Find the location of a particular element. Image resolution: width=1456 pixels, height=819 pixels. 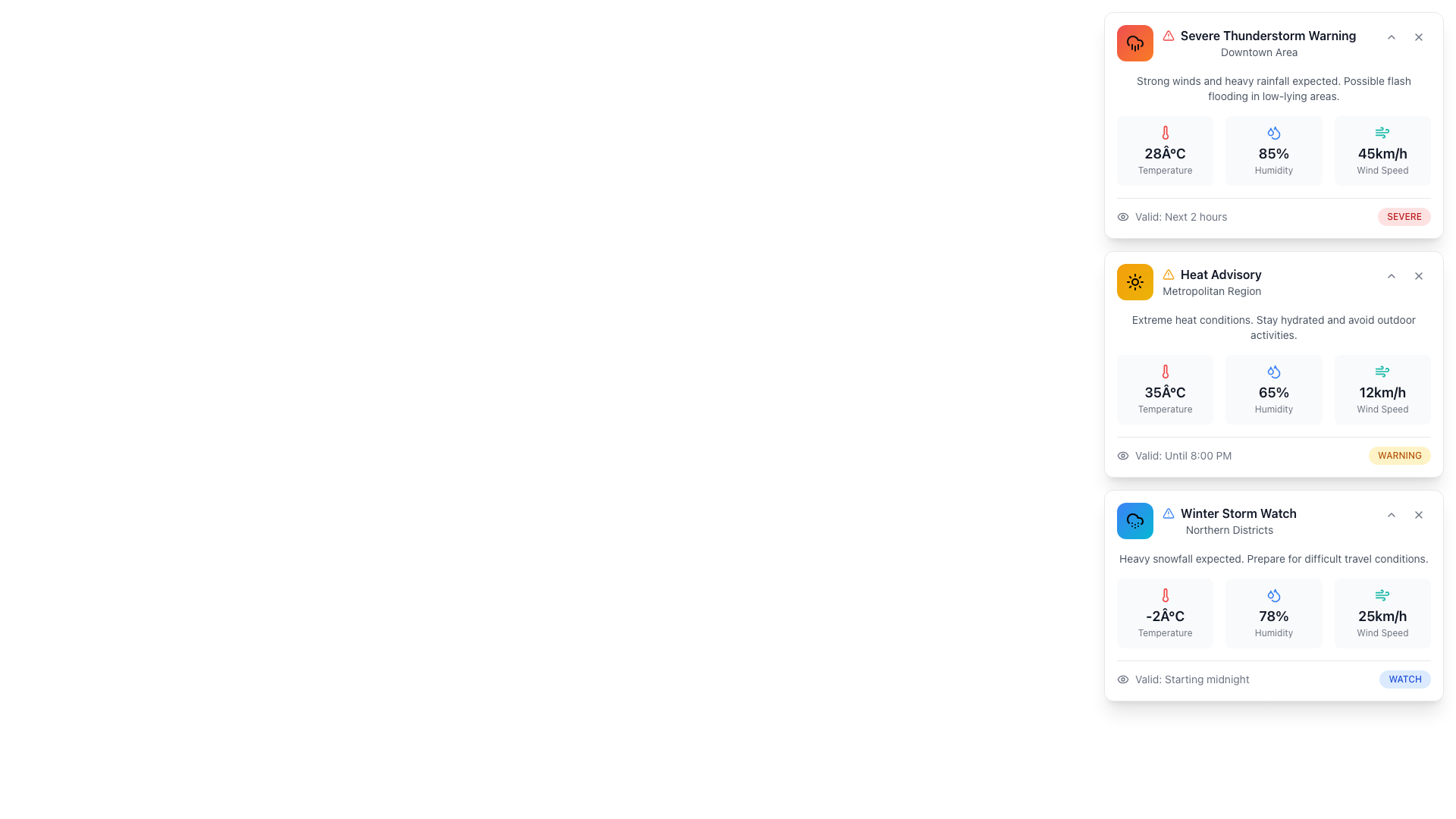

the temperature icon located at the top-center of the weather warning card, which visually represents the temperature metric and is situated above the numerical temperature reading ('28°C') is located at coordinates (1164, 131).